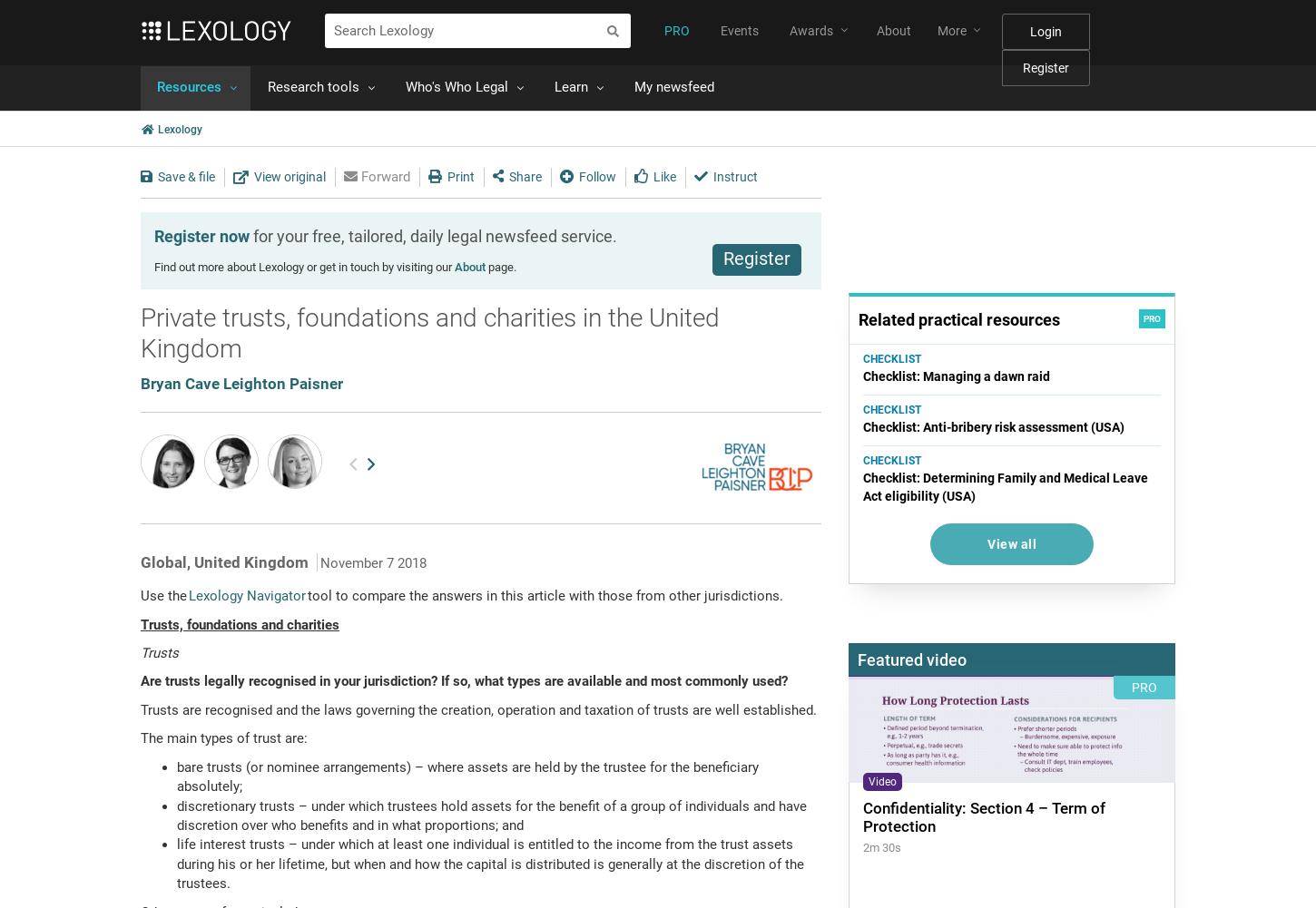 The height and width of the screenshot is (908, 1316). I want to click on 'tool to compare the answers in this article with those from other jurisdictions.', so click(546, 594).